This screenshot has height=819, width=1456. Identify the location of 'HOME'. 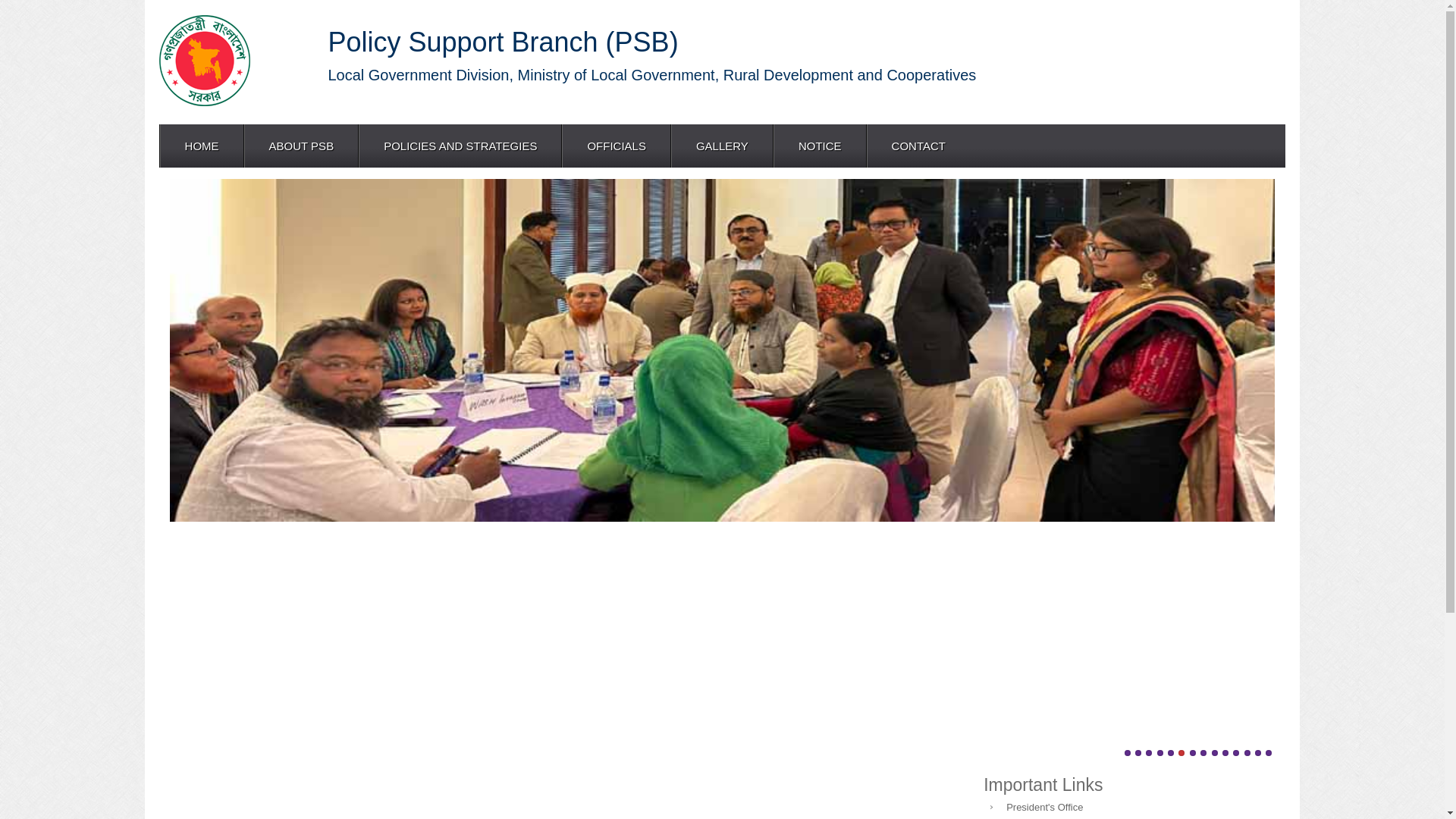
(200, 146).